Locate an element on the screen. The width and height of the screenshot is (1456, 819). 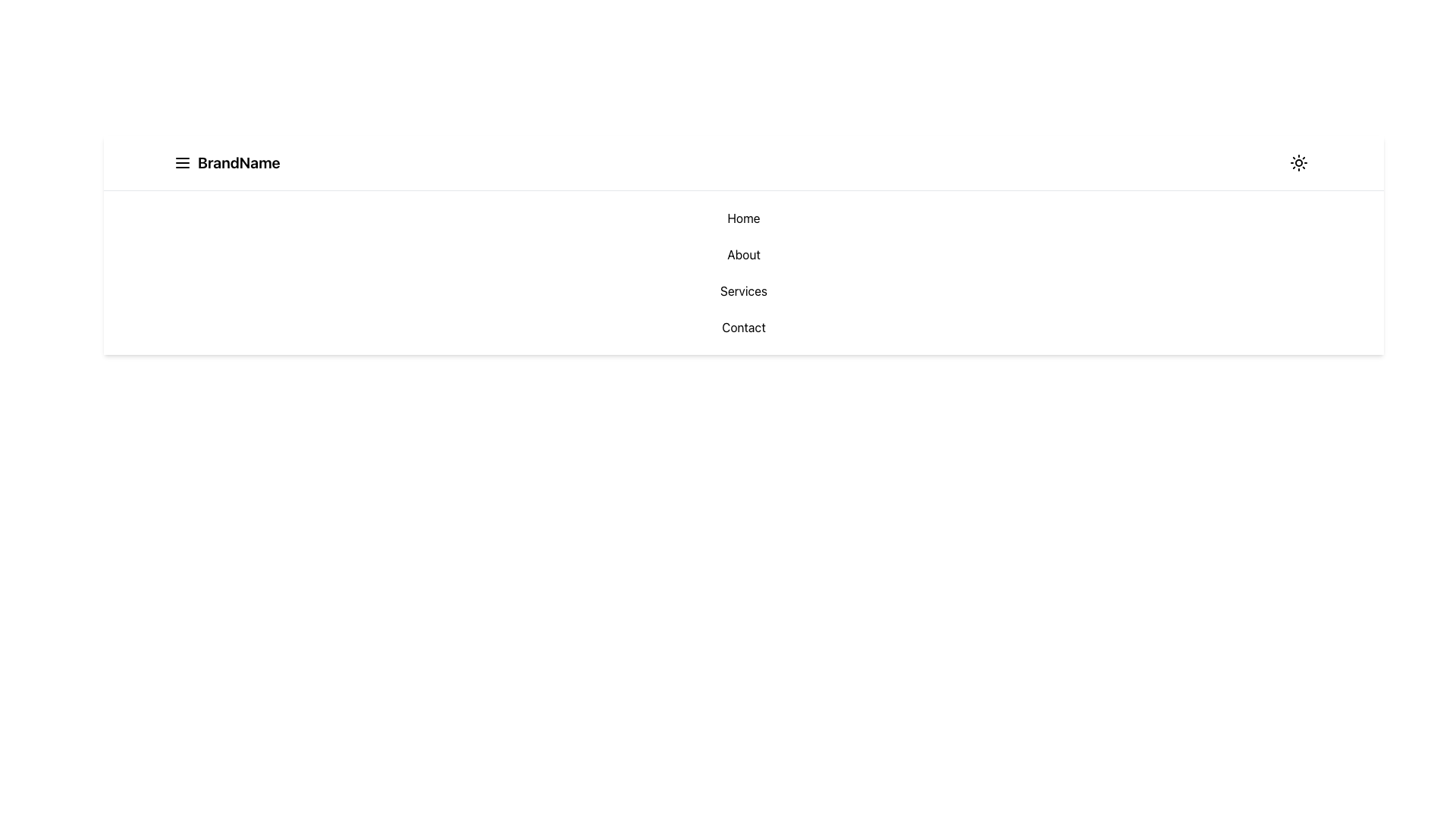
the 'Services' button in the vertical menu to trigger the hover effect, which is indicated by a background color change to indigo is located at coordinates (743, 291).